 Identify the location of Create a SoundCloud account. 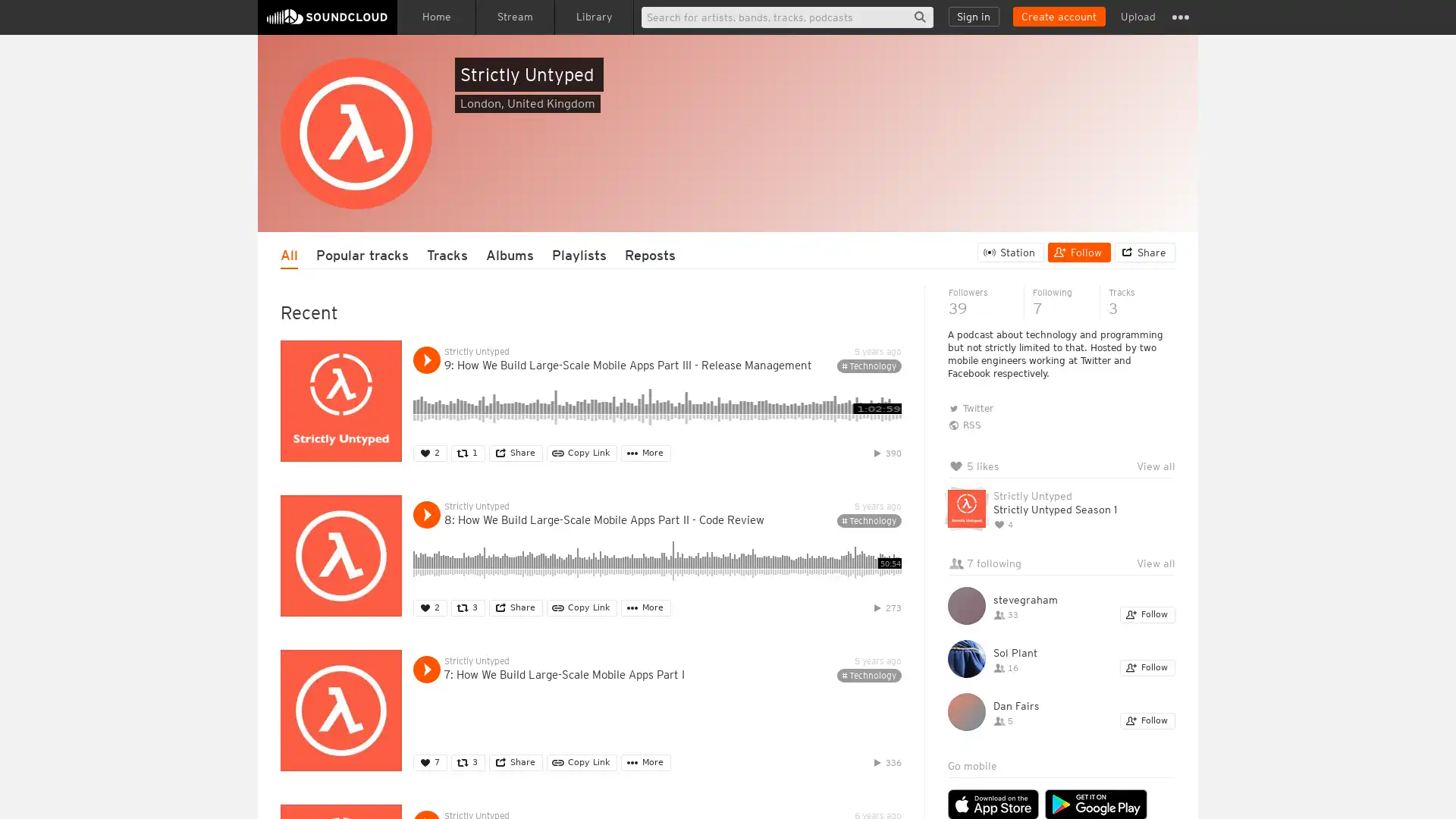
(1058, 17).